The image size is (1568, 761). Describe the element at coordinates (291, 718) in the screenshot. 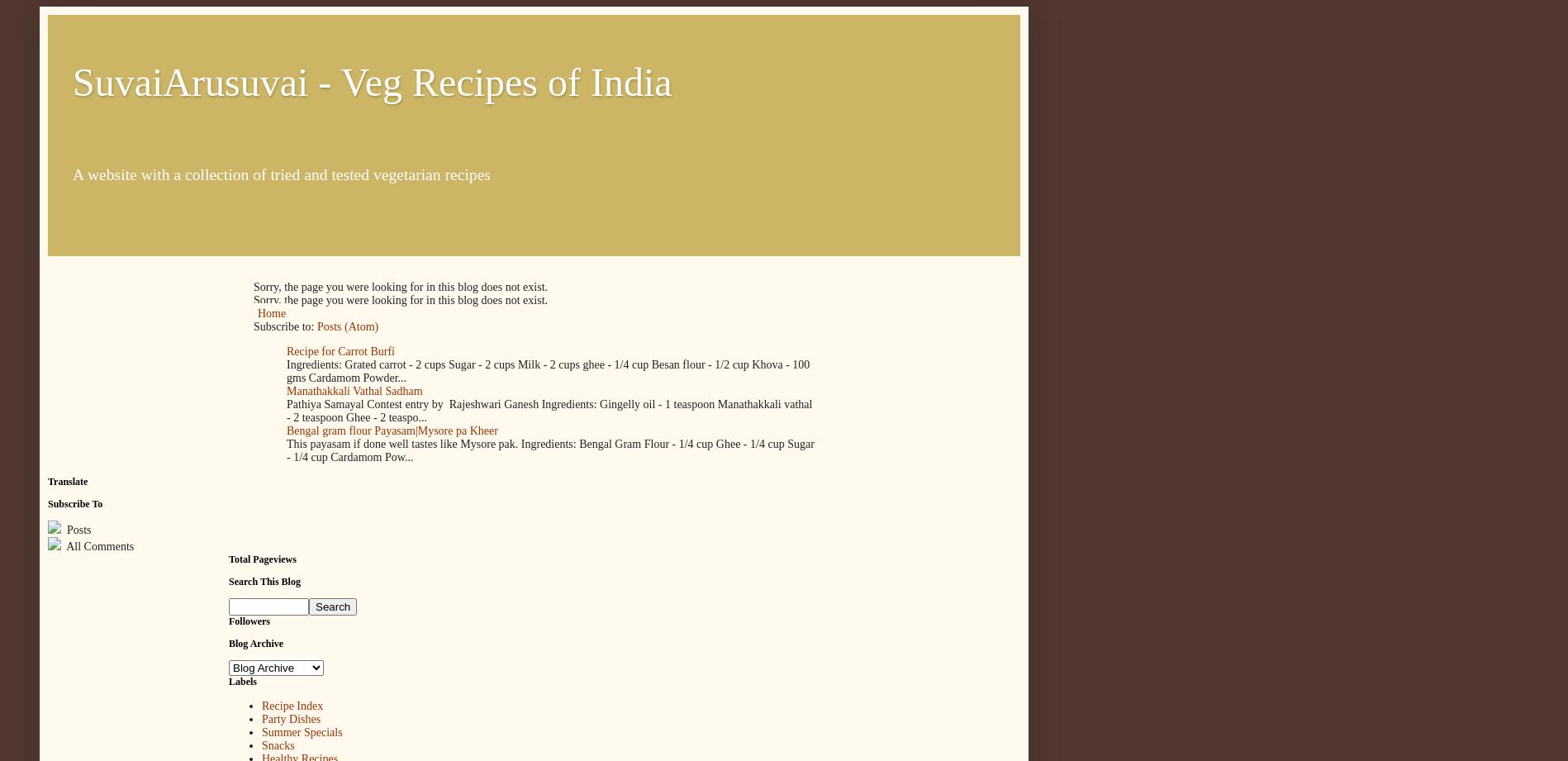

I see `'Party Dishes'` at that location.